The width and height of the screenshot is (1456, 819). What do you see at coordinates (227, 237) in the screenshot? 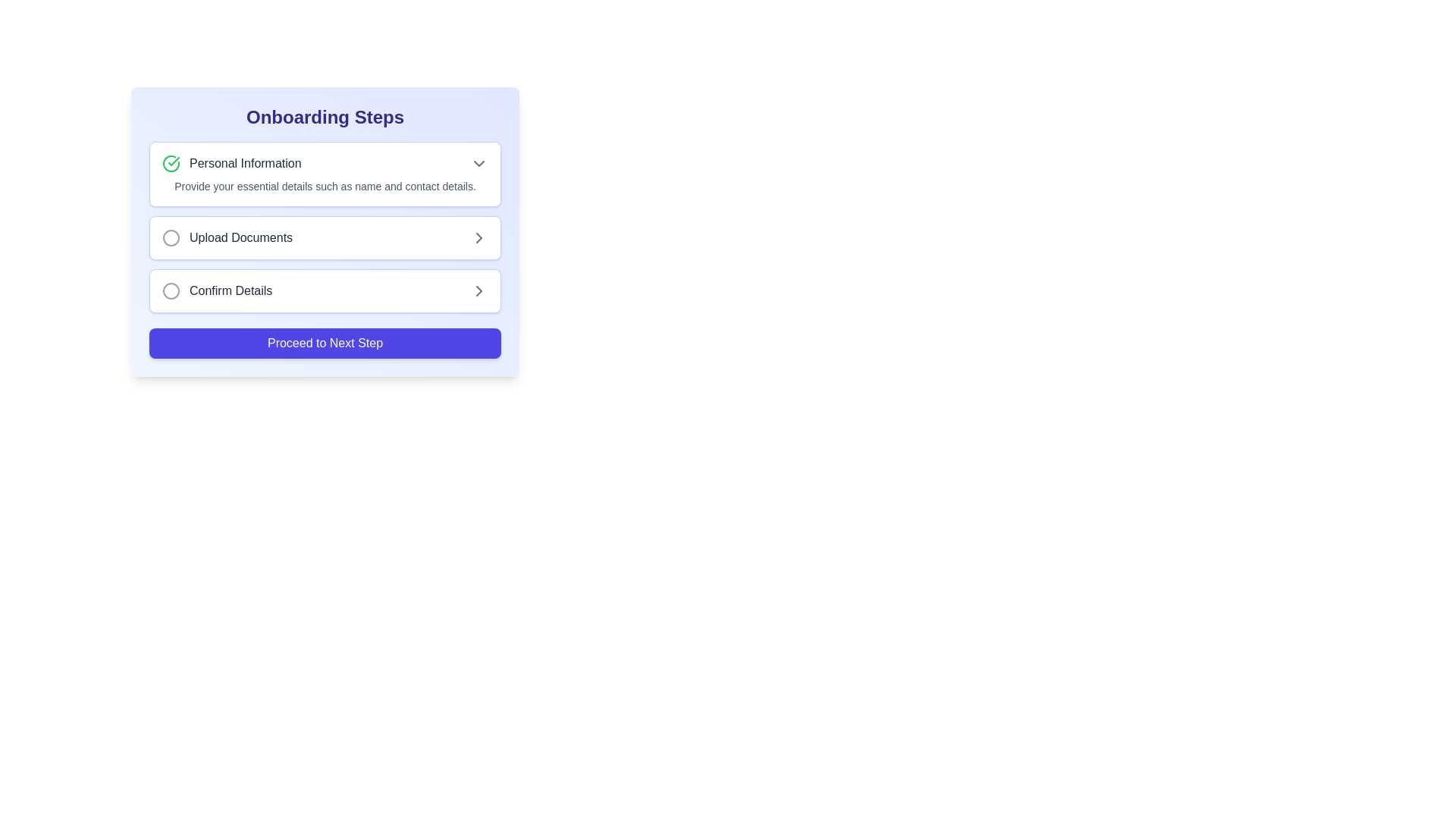
I see `the second navigation item in the onboarding steps panel` at bounding box center [227, 237].